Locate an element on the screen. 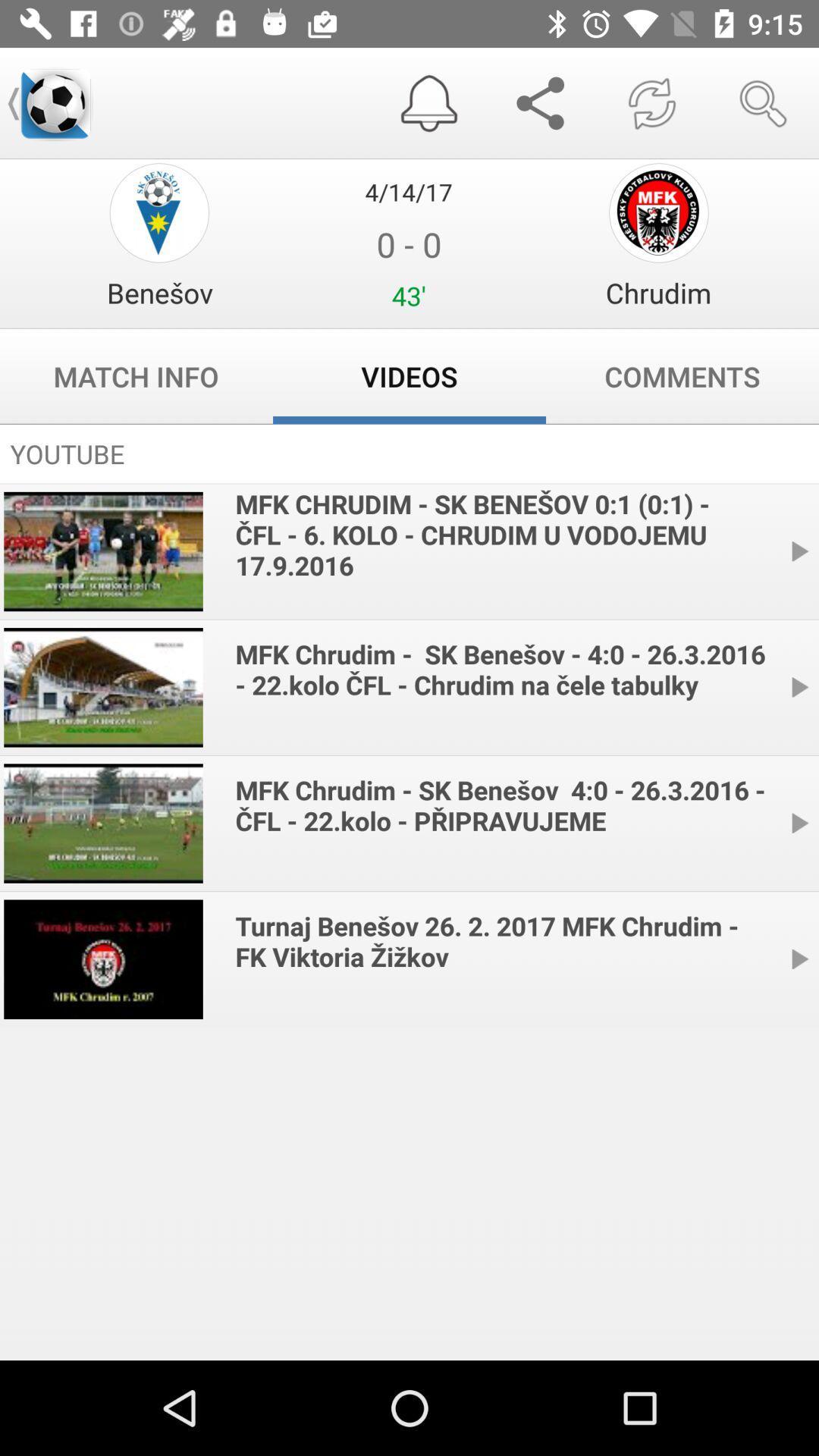 This screenshot has height=1456, width=819. the avatar icon is located at coordinates (159, 212).